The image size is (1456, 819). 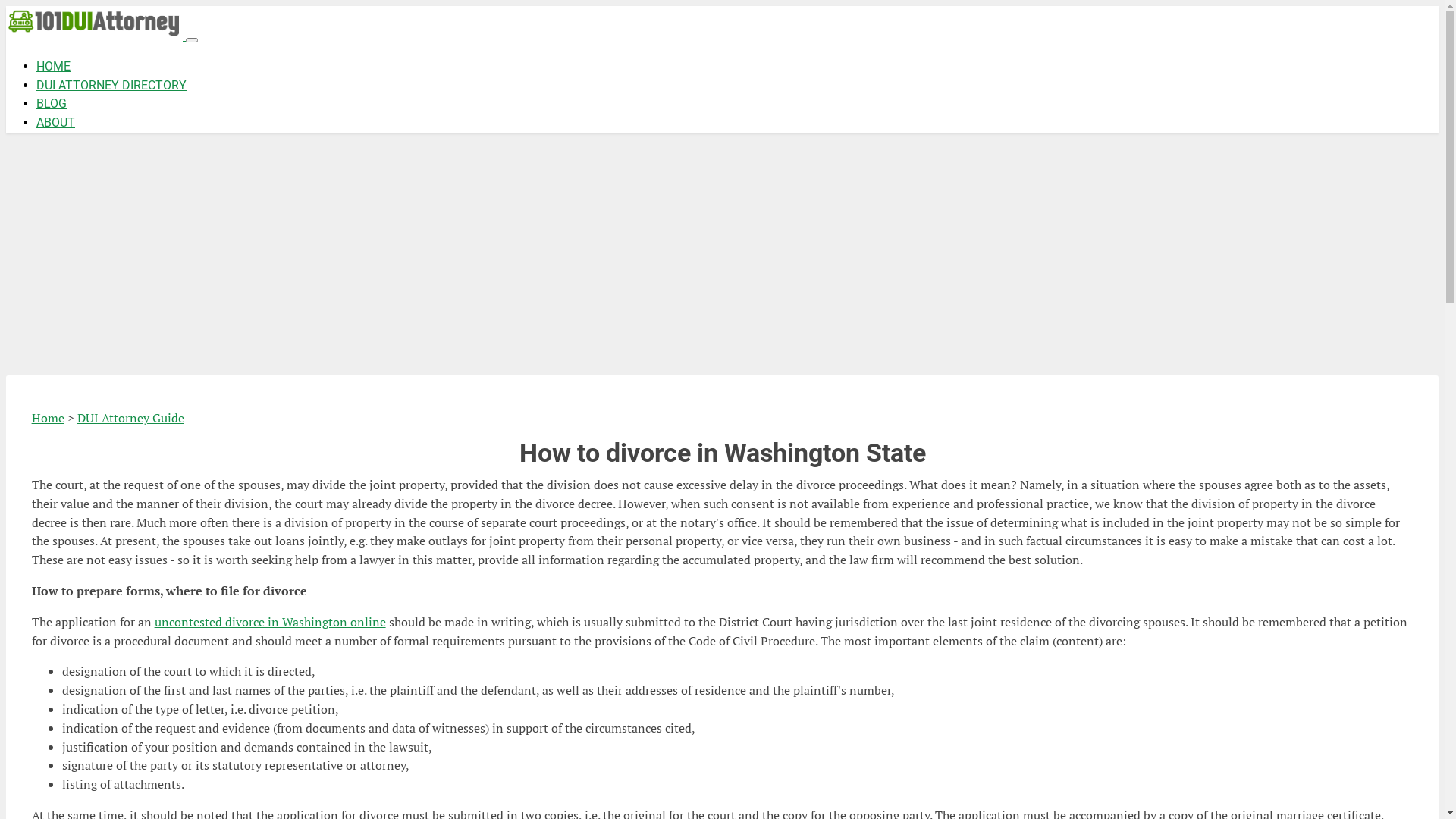 I want to click on 'Home', so click(x=48, y=418).